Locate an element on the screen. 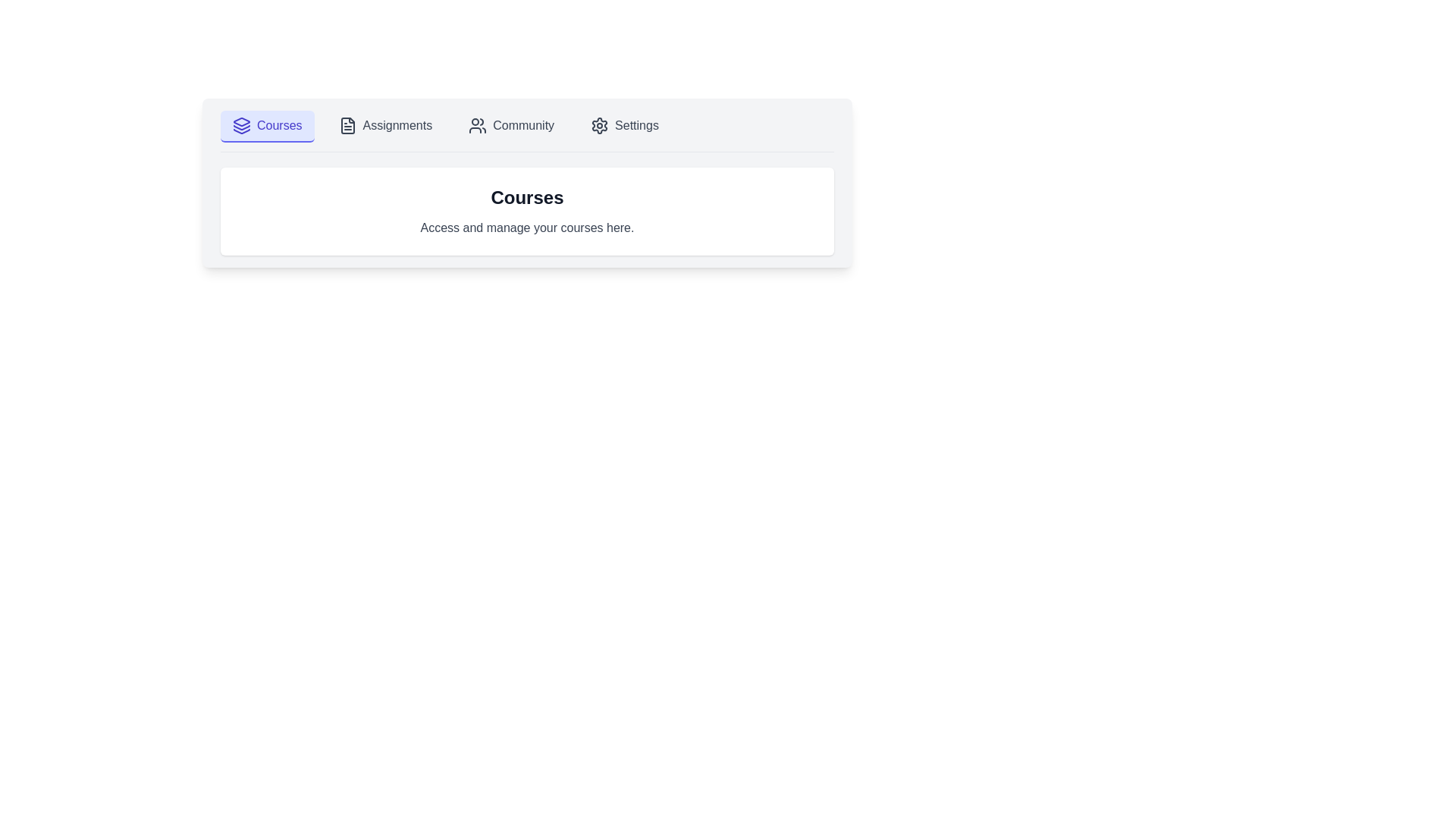  the 'Courses' tab or navigation button, which is the first item in a horizontal menu bar, displaying a highlighted background and bordered design is located at coordinates (267, 125).